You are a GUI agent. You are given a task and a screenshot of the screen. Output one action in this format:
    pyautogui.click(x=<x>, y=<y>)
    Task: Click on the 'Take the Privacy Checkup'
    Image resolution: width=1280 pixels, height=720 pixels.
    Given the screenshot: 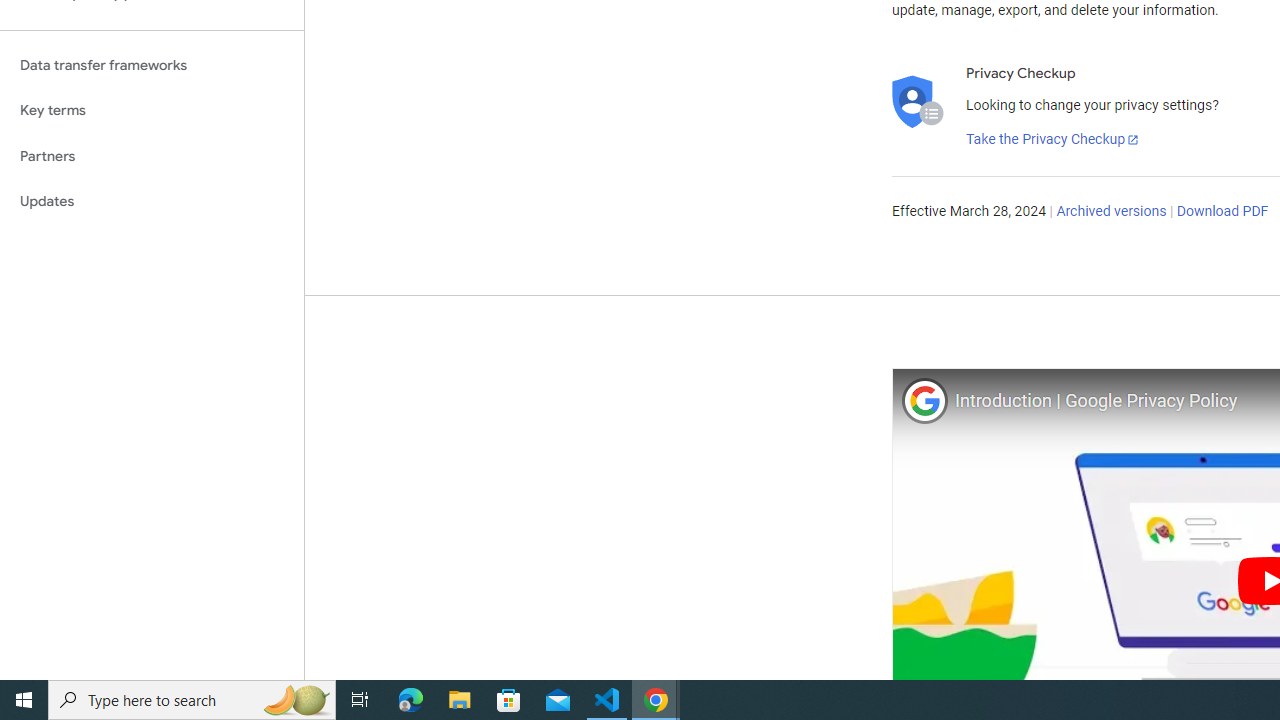 What is the action you would take?
    pyautogui.click(x=1052, y=139)
    